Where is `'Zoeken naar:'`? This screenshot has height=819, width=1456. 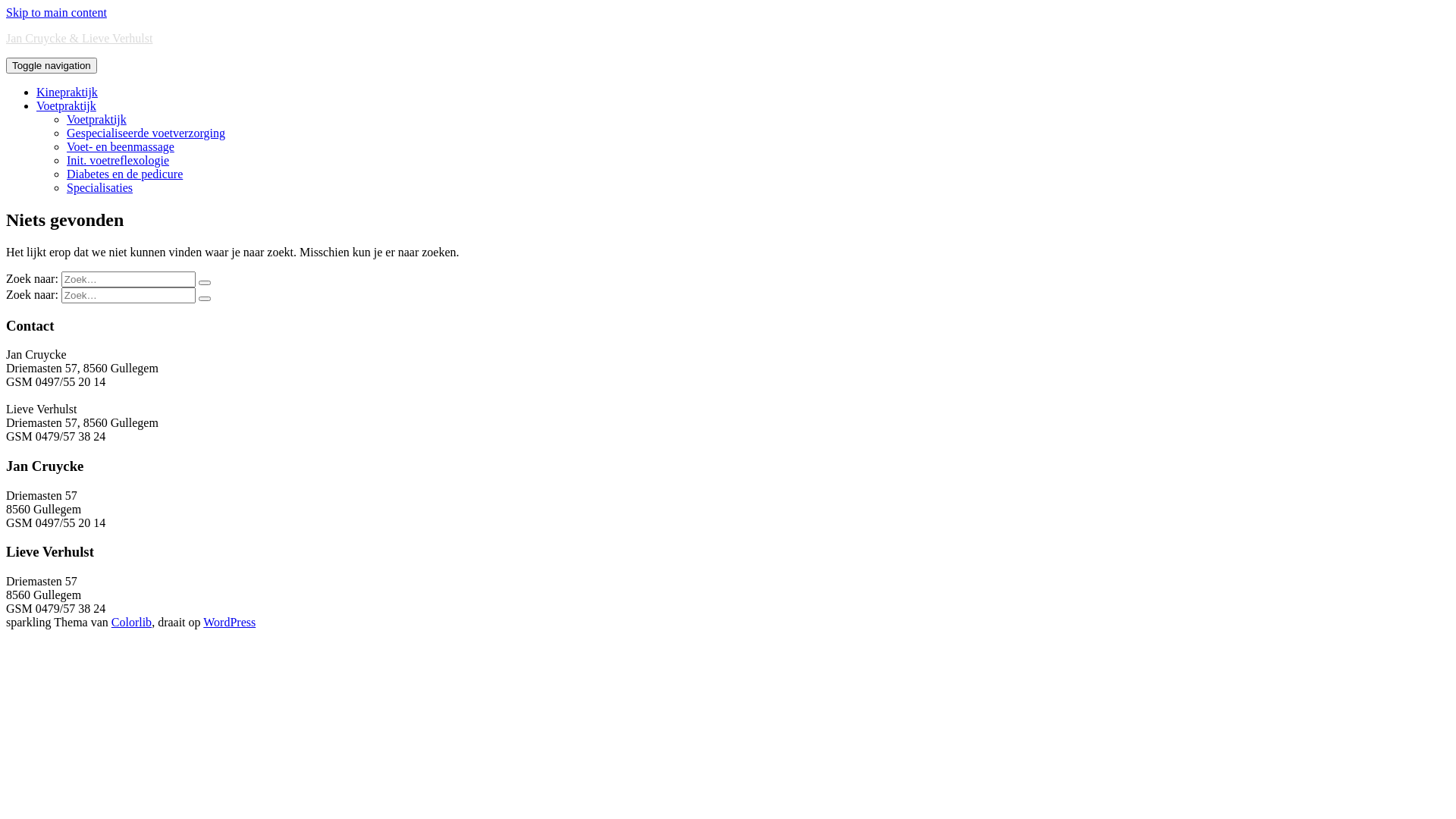
'Zoeken naar:' is located at coordinates (128, 279).